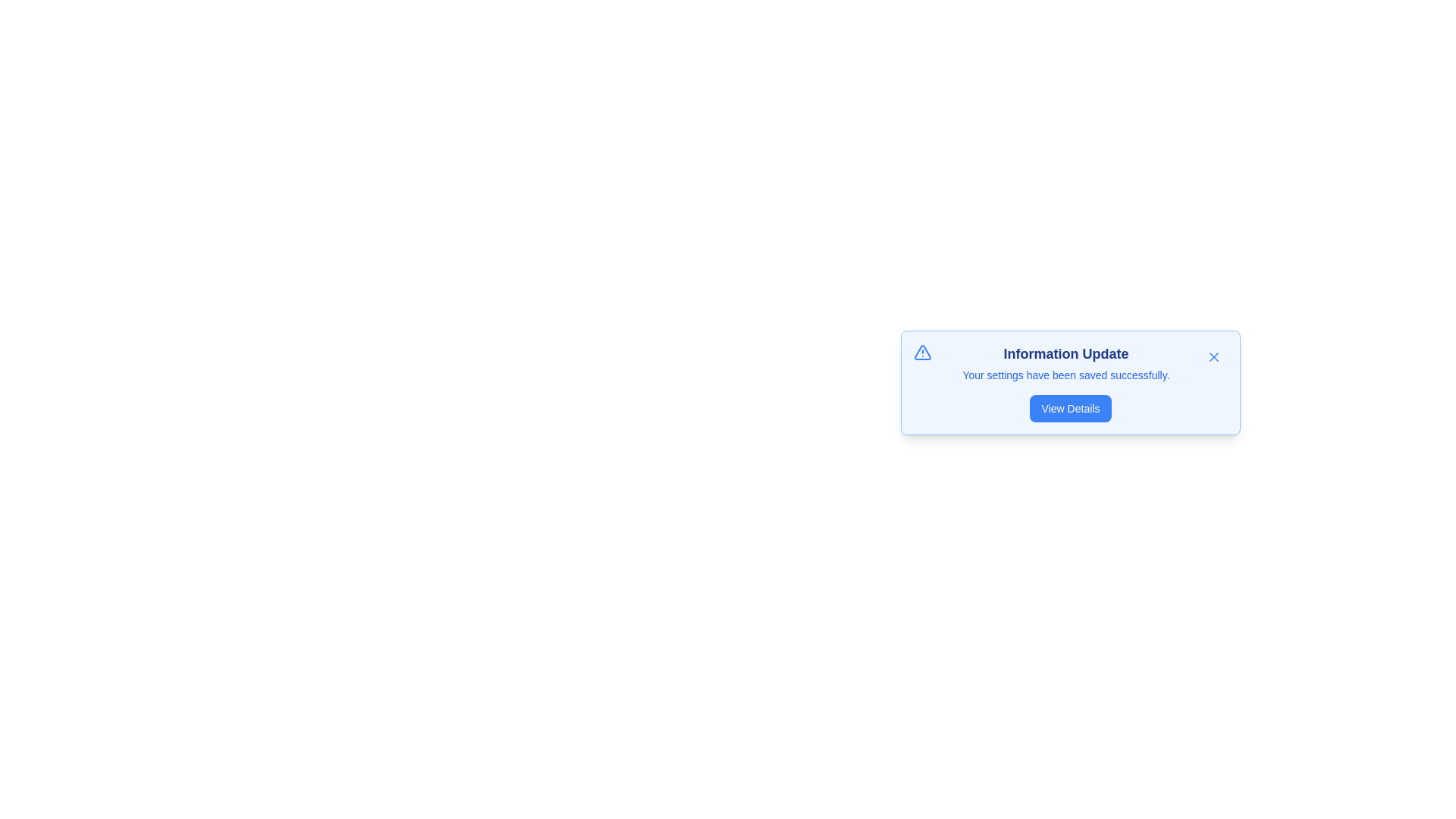 This screenshot has height=819, width=1456. I want to click on the alert icon to focus or highlight it, so click(922, 353).